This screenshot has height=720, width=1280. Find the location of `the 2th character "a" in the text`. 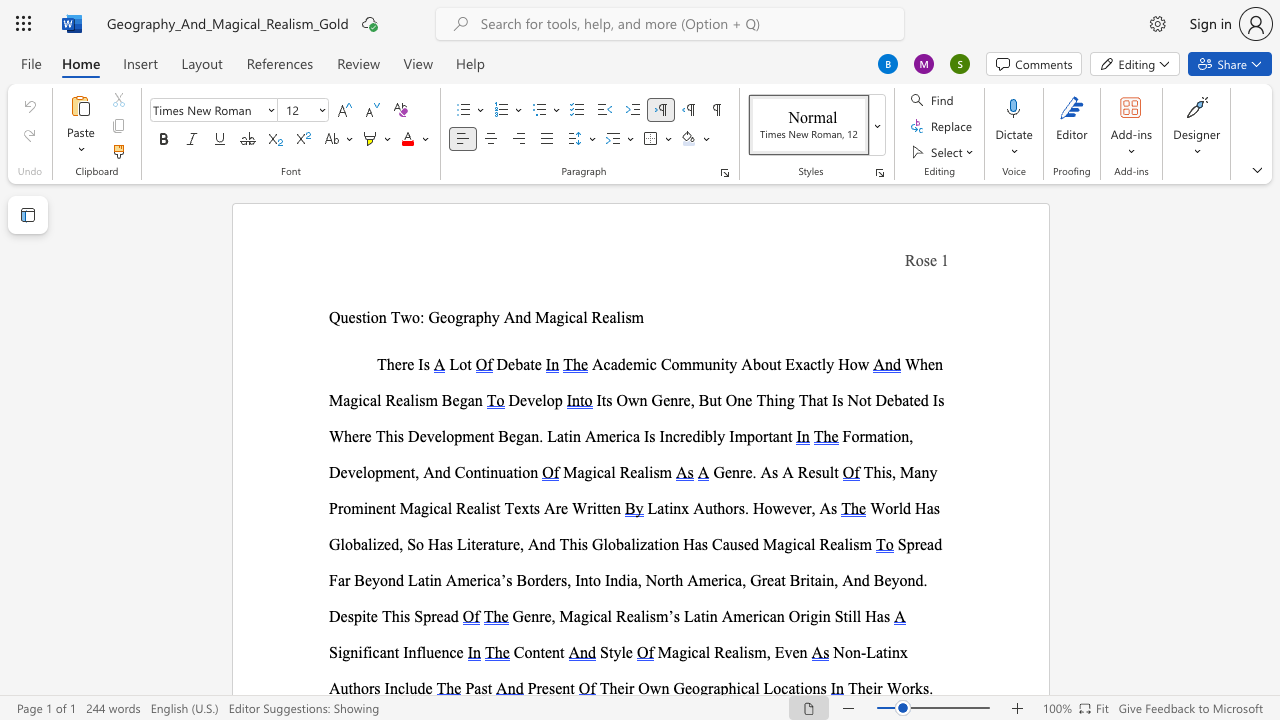

the 2th character "a" in the text is located at coordinates (702, 652).